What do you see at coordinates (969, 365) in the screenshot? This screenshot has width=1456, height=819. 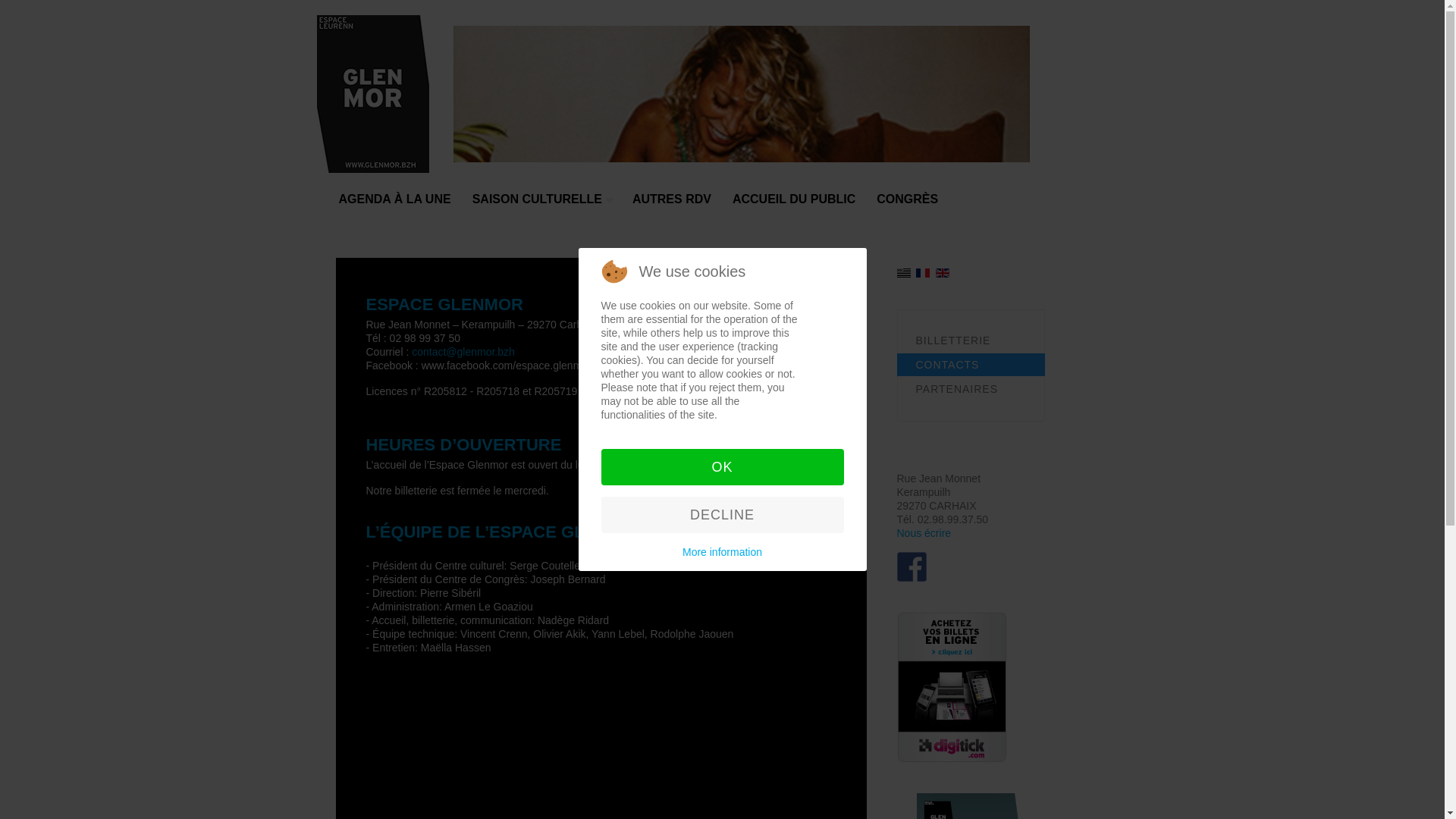 I see `'CONTACTS'` at bounding box center [969, 365].